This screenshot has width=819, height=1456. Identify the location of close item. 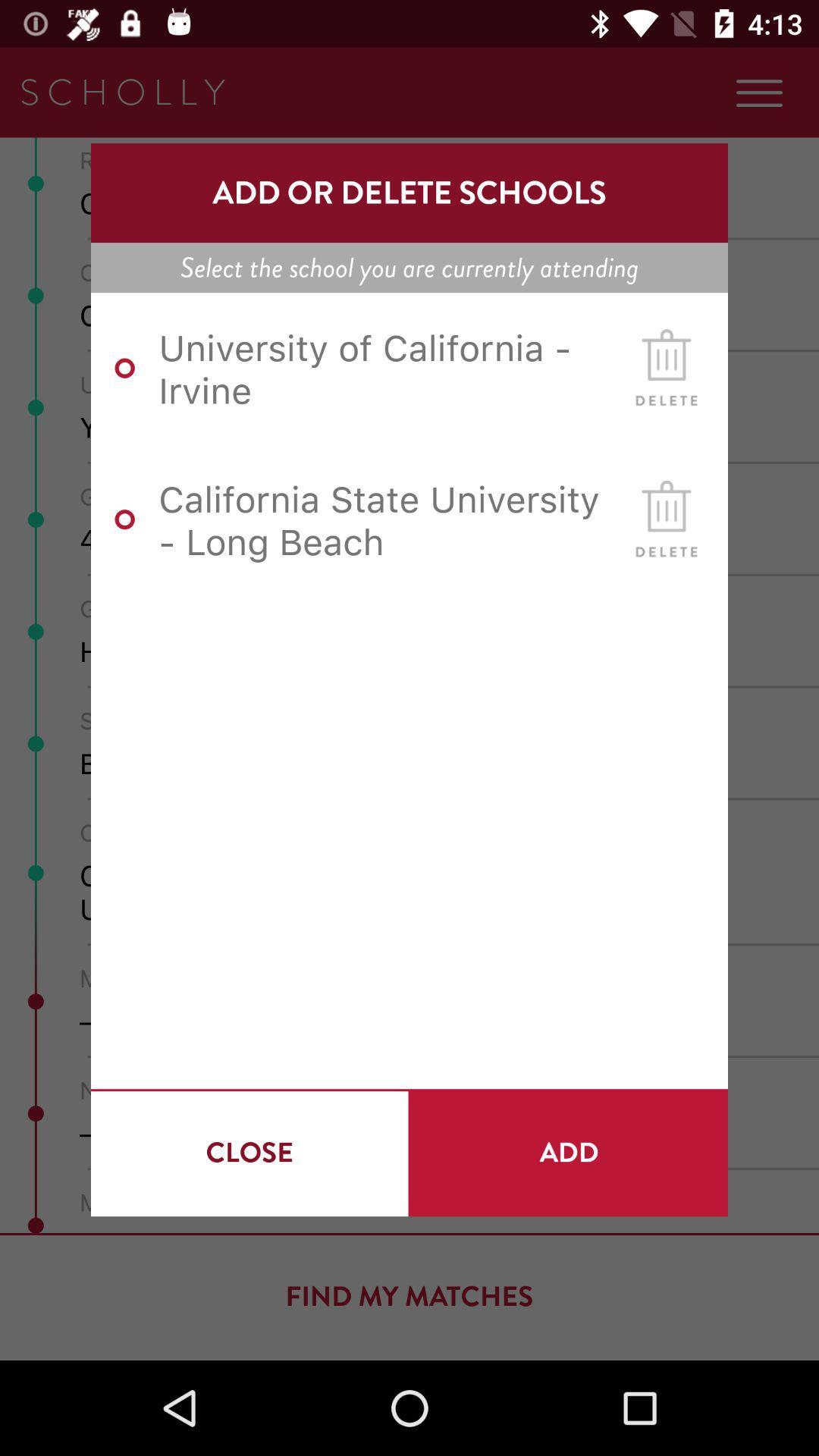
(249, 1153).